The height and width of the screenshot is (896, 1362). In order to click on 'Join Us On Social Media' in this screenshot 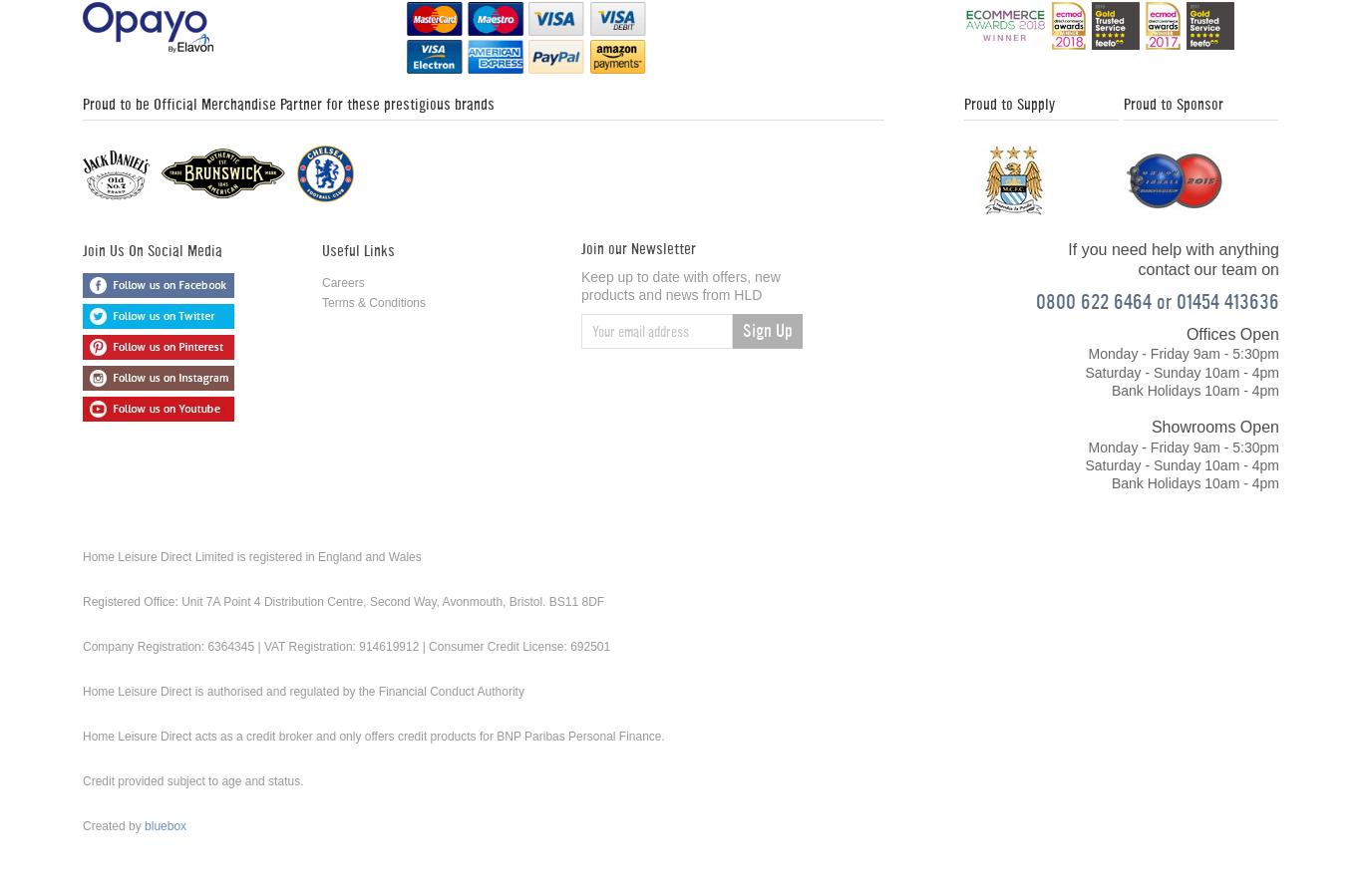, I will do `click(151, 249)`.